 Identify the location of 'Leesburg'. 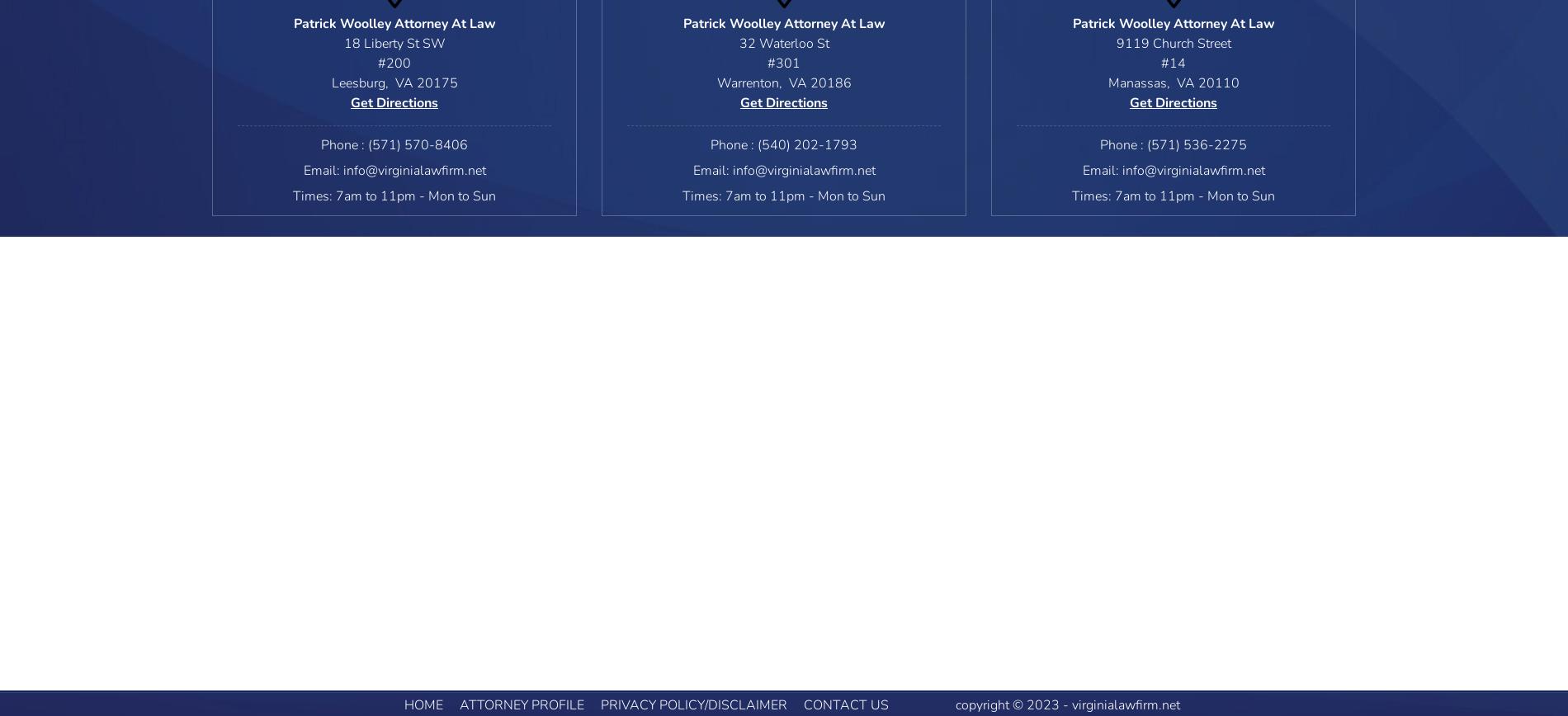
(357, 83).